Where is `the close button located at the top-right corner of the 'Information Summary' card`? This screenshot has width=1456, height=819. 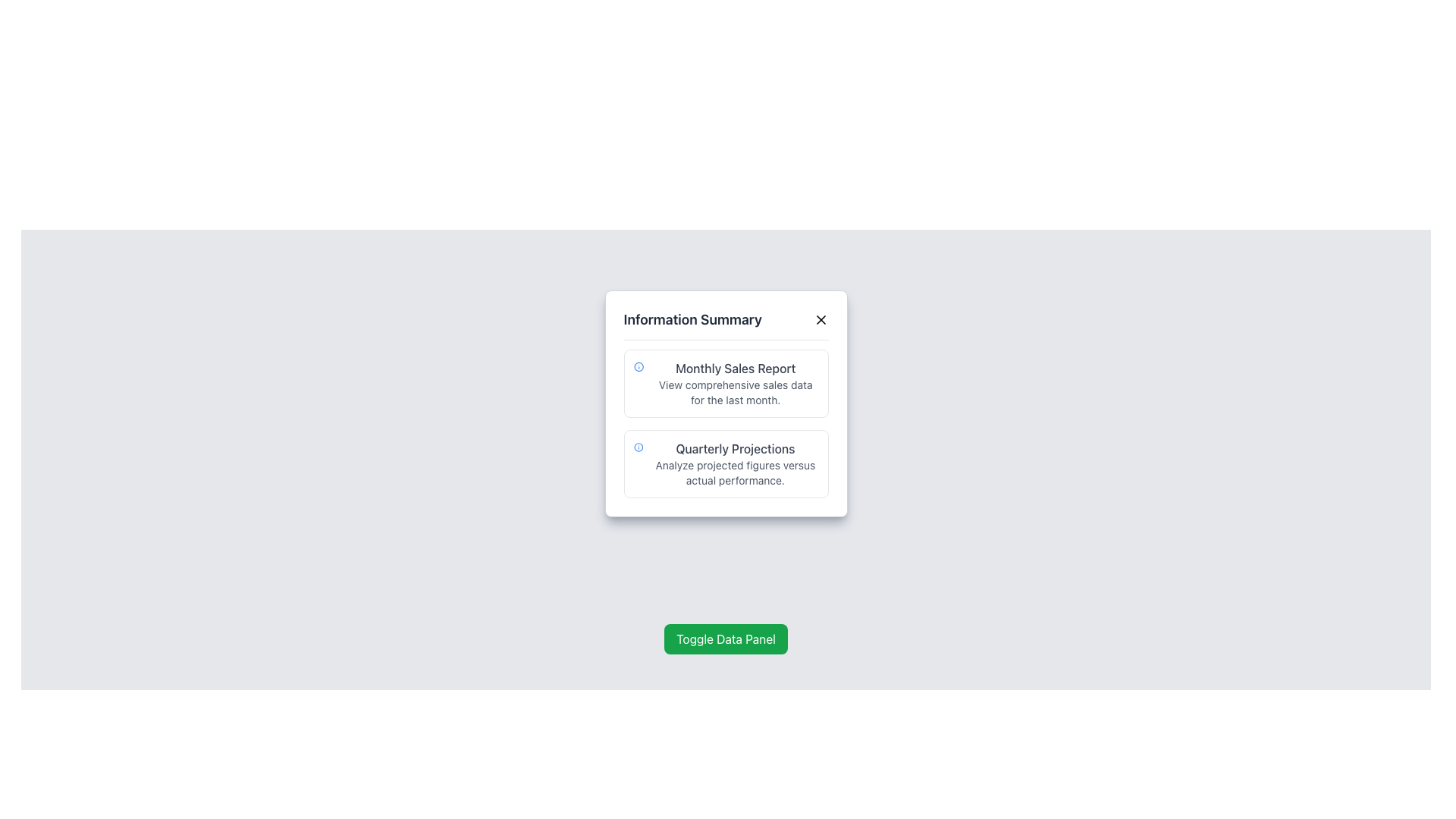
the close button located at the top-right corner of the 'Information Summary' card is located at coordinates (820, 318).